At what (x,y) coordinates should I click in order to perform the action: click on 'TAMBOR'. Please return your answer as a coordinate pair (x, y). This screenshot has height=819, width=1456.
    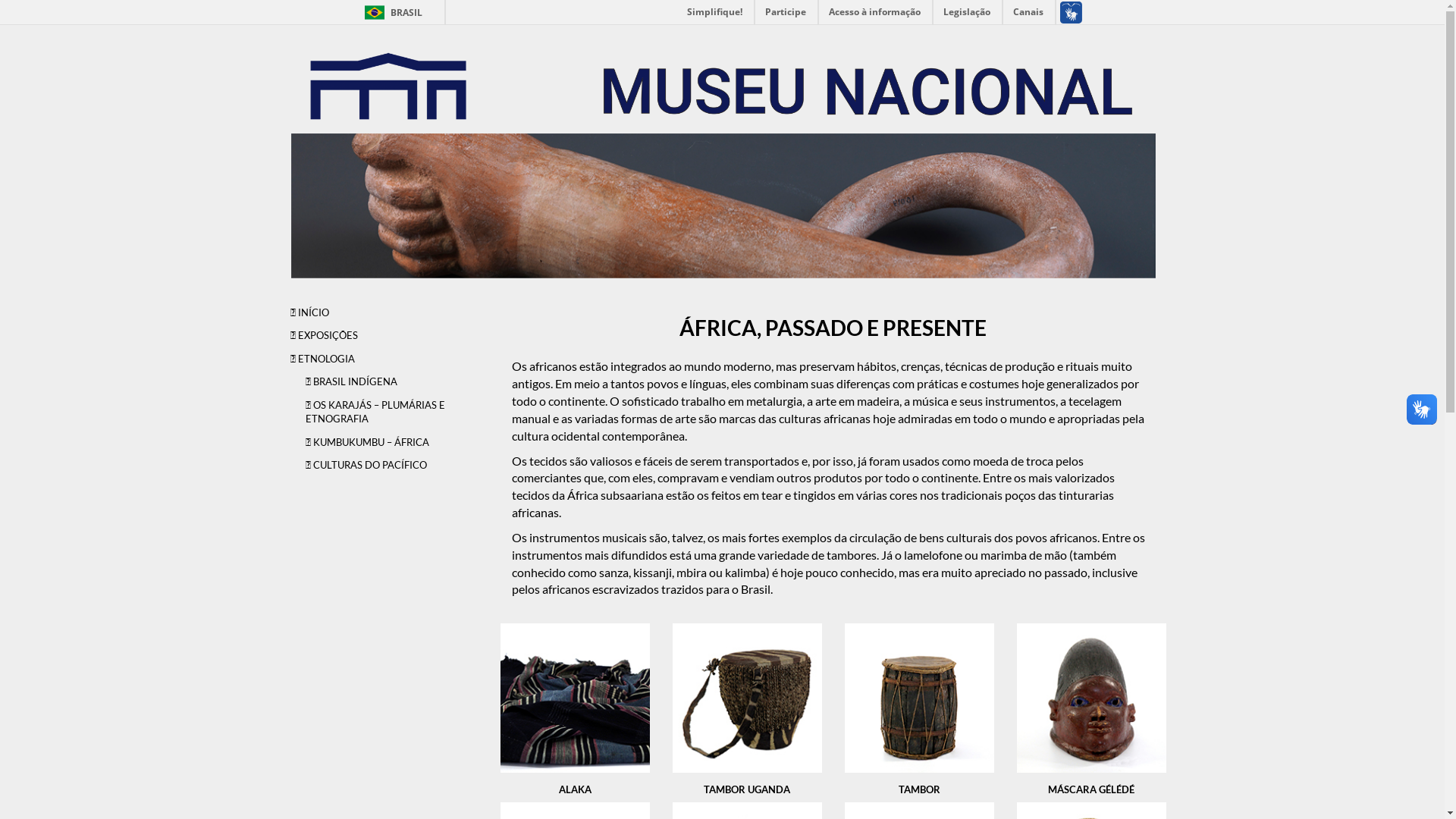
    Looking at the image, I should click on (918, 708).